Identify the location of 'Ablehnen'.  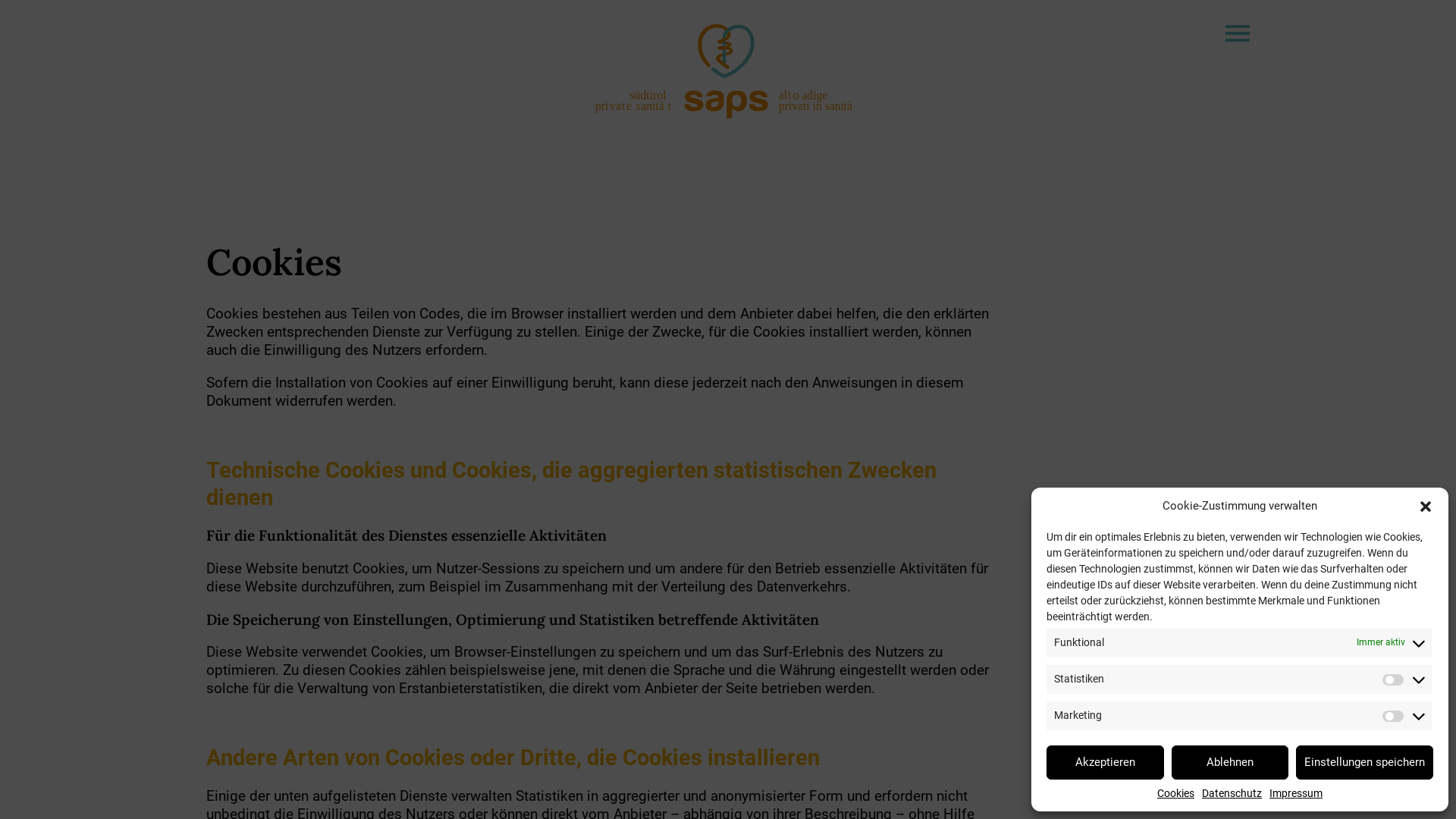
(1229, 761).